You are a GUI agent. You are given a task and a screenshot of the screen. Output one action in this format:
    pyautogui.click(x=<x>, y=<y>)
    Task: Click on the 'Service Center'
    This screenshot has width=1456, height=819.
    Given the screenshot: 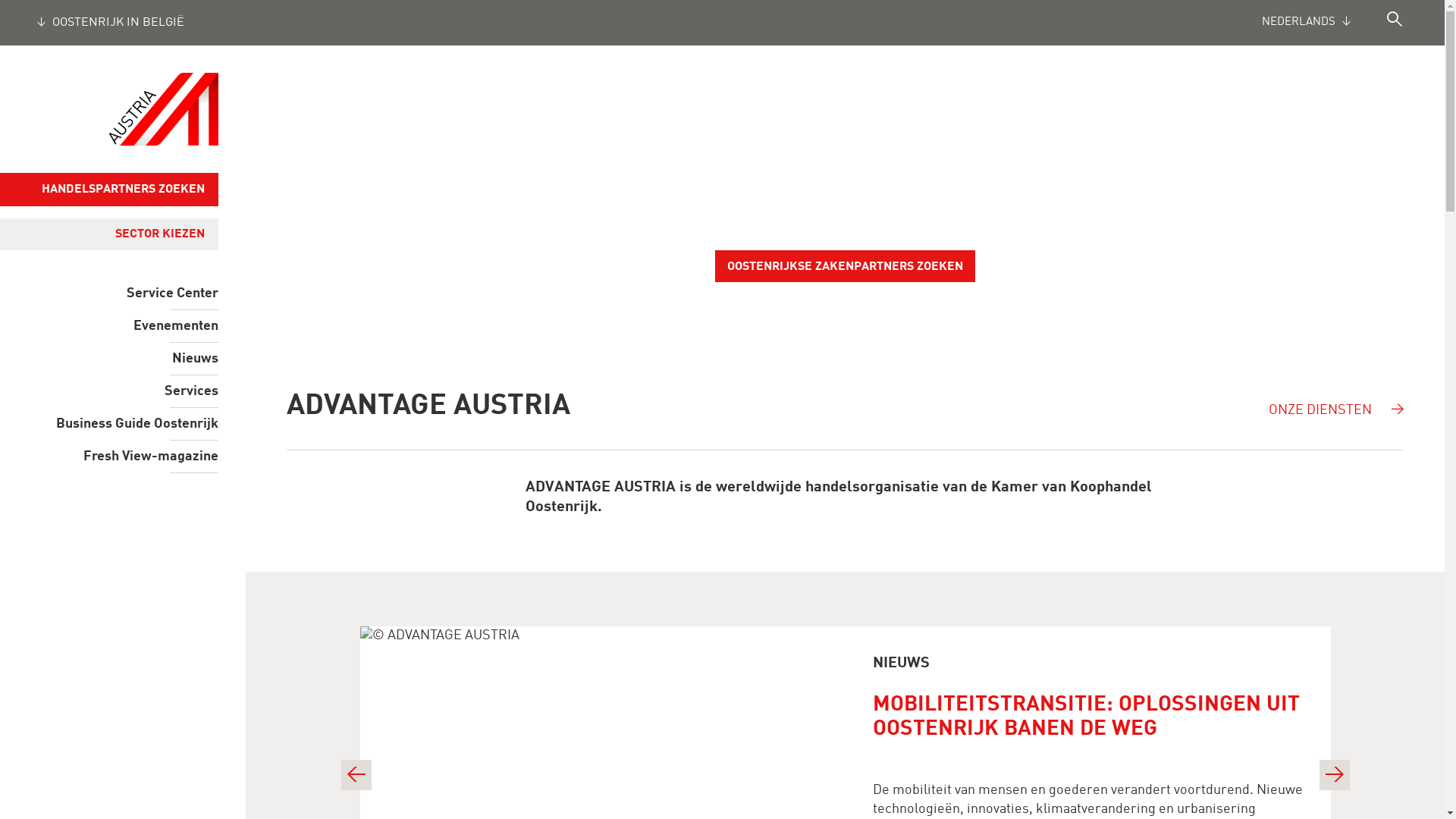 What is the action you would take?
    pyautogui.click(x=108, y=293)
    